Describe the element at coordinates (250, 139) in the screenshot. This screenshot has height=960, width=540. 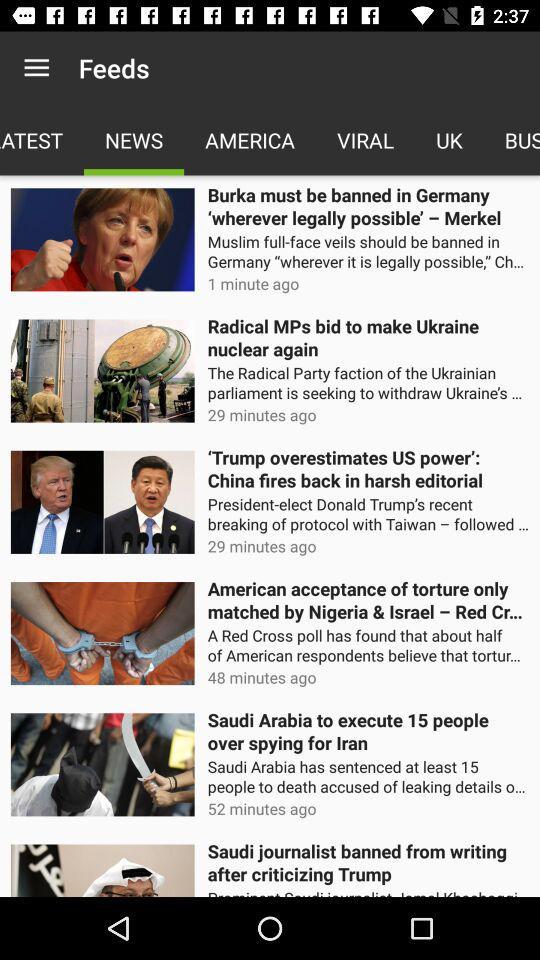
I see `icon to the right of news` at that location.